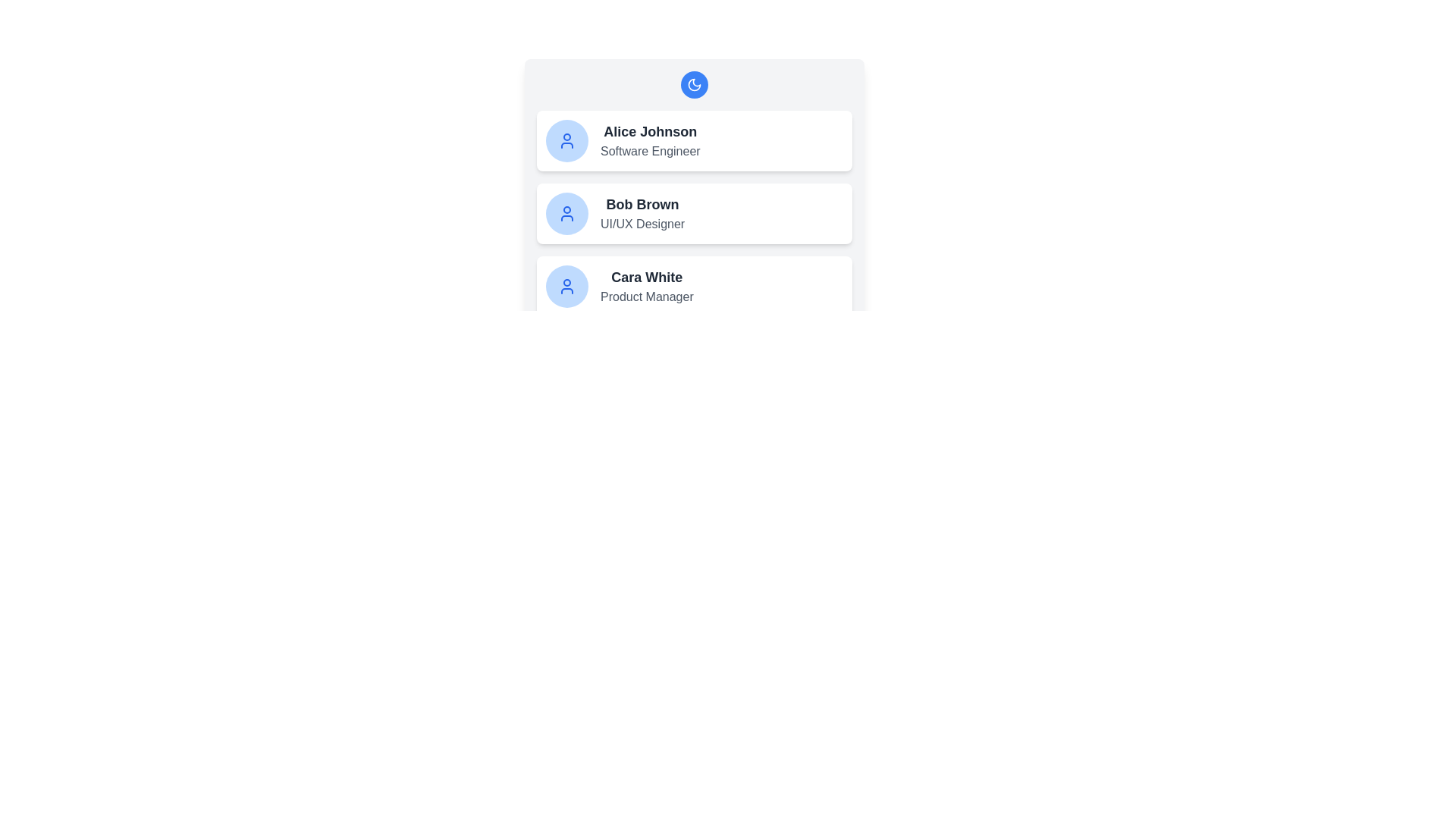 This screenshot has width=1456, height=819. What do you see at coordinates (694, 193) in the screenshot?
I see `the User Profile Card for 'Bob Brown', which is the second card in a vertical list` at bounding box center [694, 193].